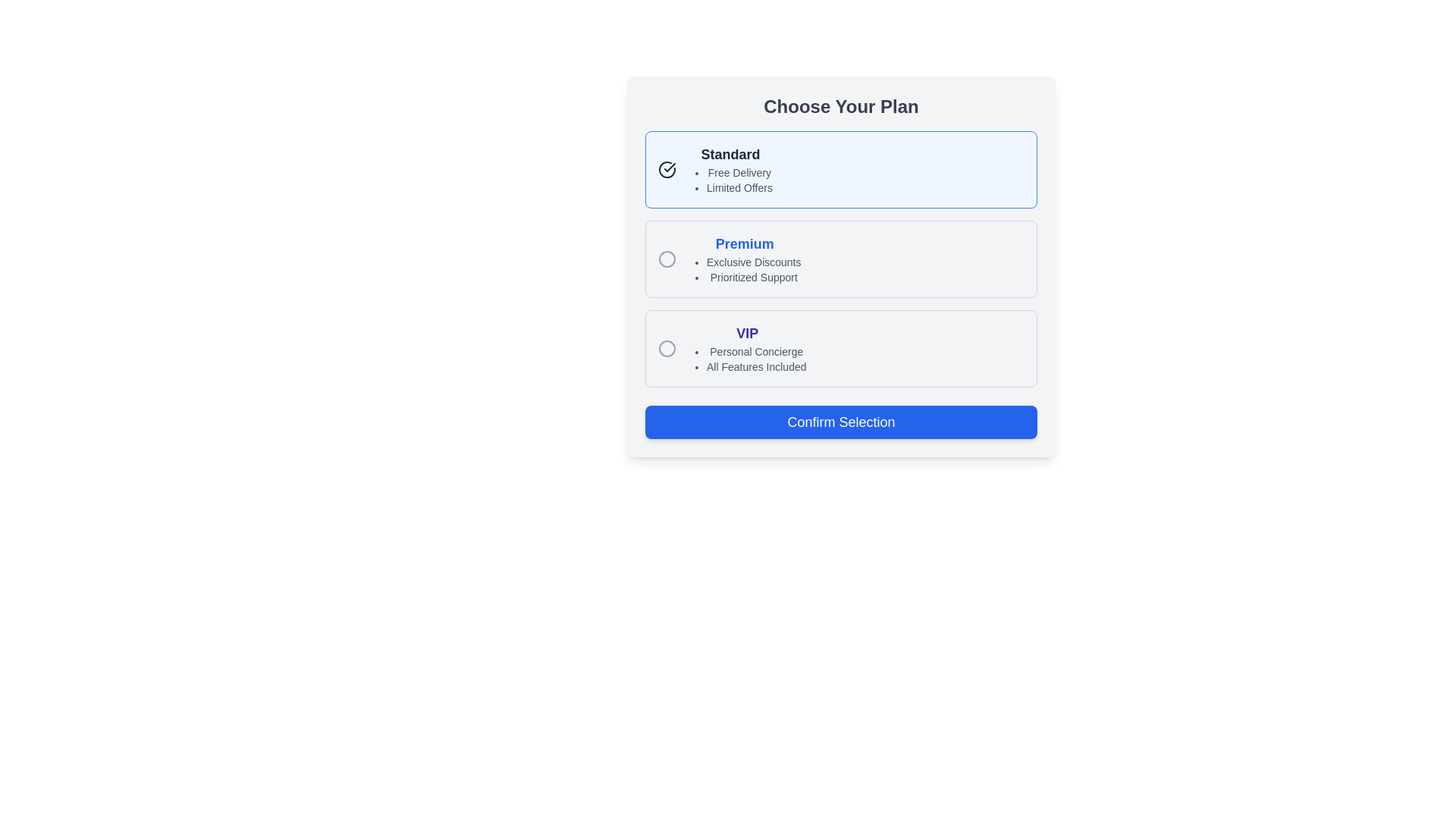 The image size is (1456, 819). I want to click on the text list item that displays 'Exclusive Discounts' and 'Prioritized Support', which is located below the 'Premium' section title and is styled in gray as a bulleted list, so click(754, 268).